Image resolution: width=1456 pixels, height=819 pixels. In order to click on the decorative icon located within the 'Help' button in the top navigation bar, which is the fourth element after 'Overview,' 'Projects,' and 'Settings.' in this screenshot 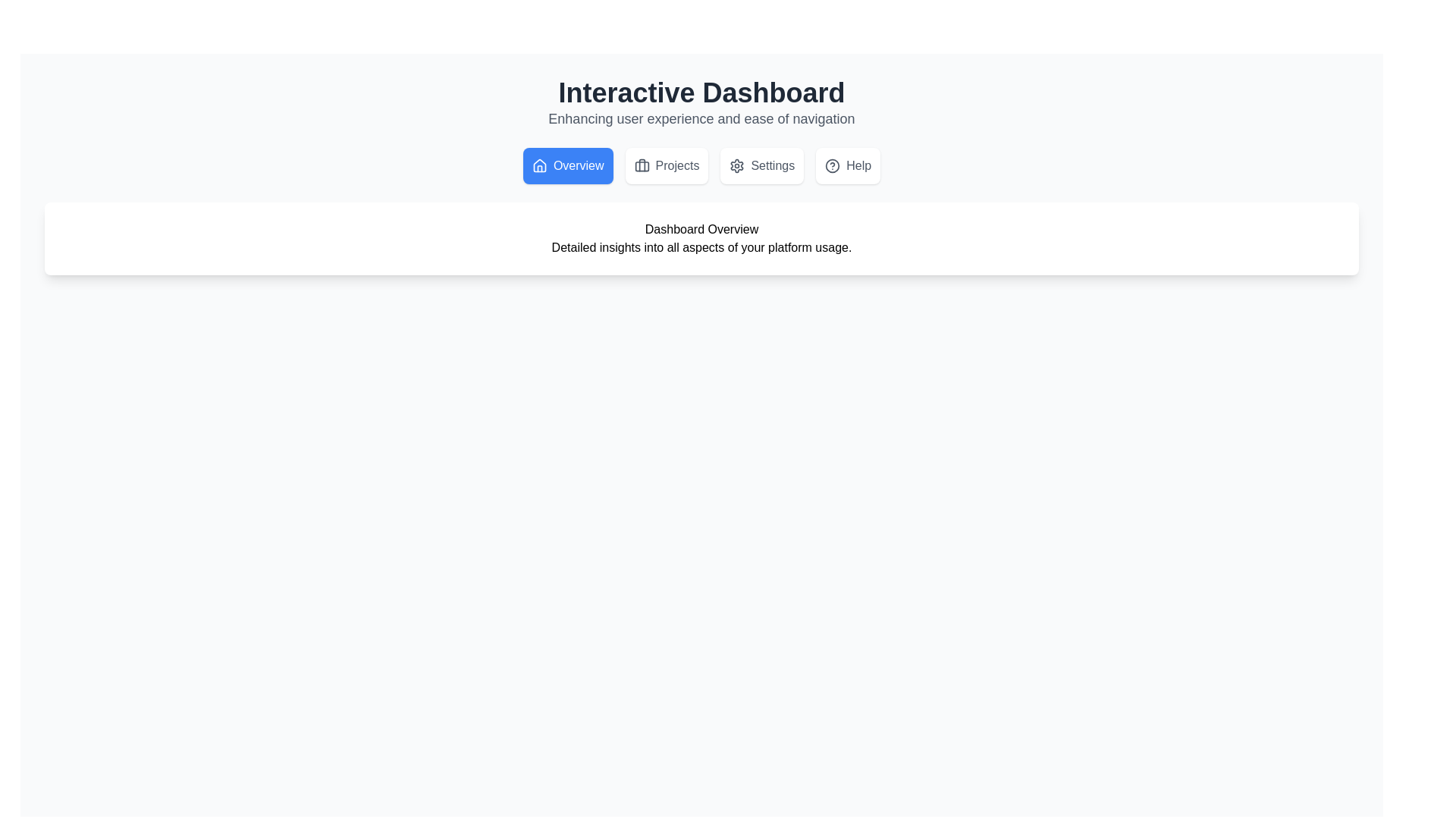, I will do `click(832, 166)`.